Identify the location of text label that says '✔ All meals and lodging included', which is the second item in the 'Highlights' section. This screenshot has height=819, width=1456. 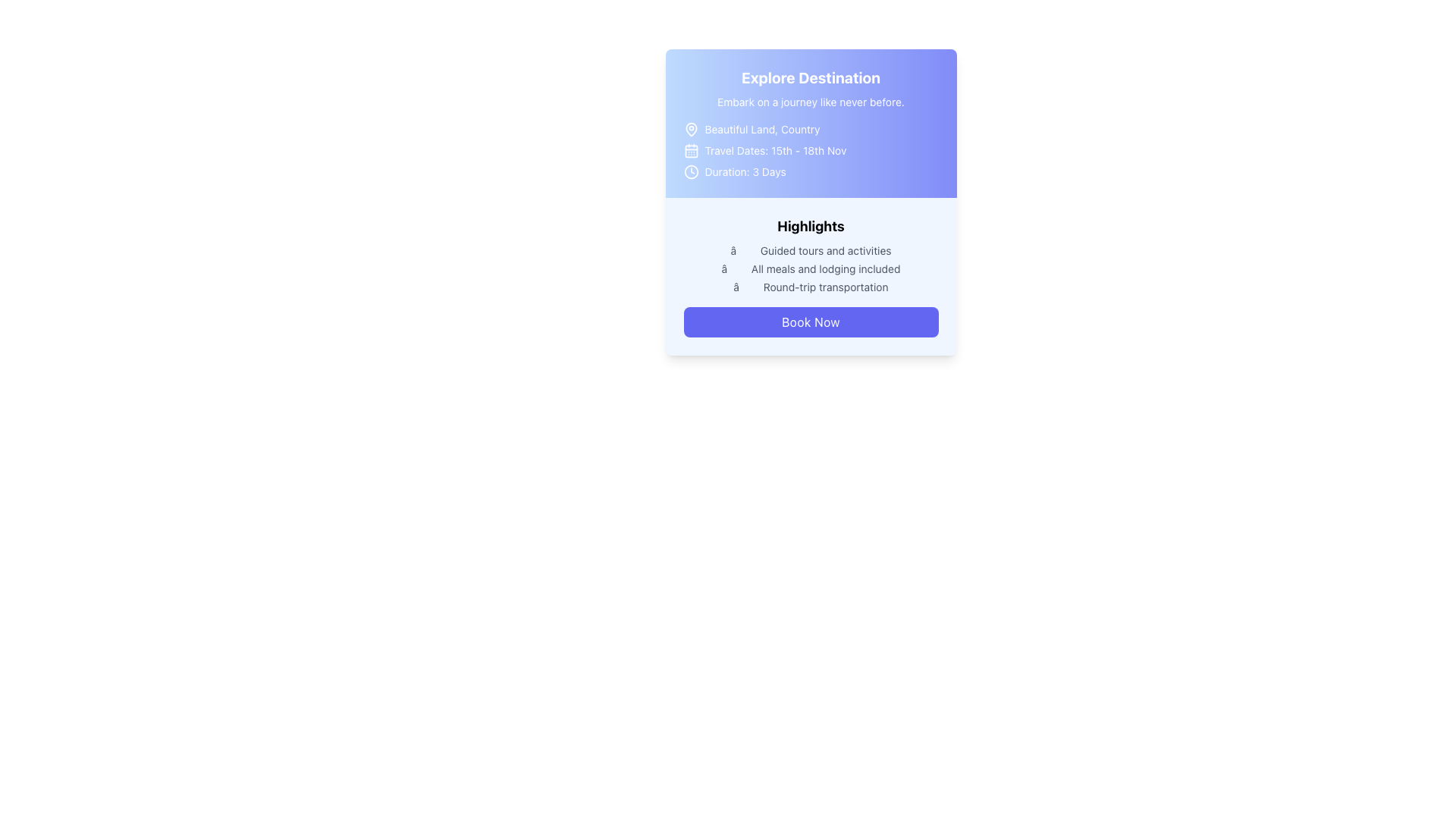
(810, 268).